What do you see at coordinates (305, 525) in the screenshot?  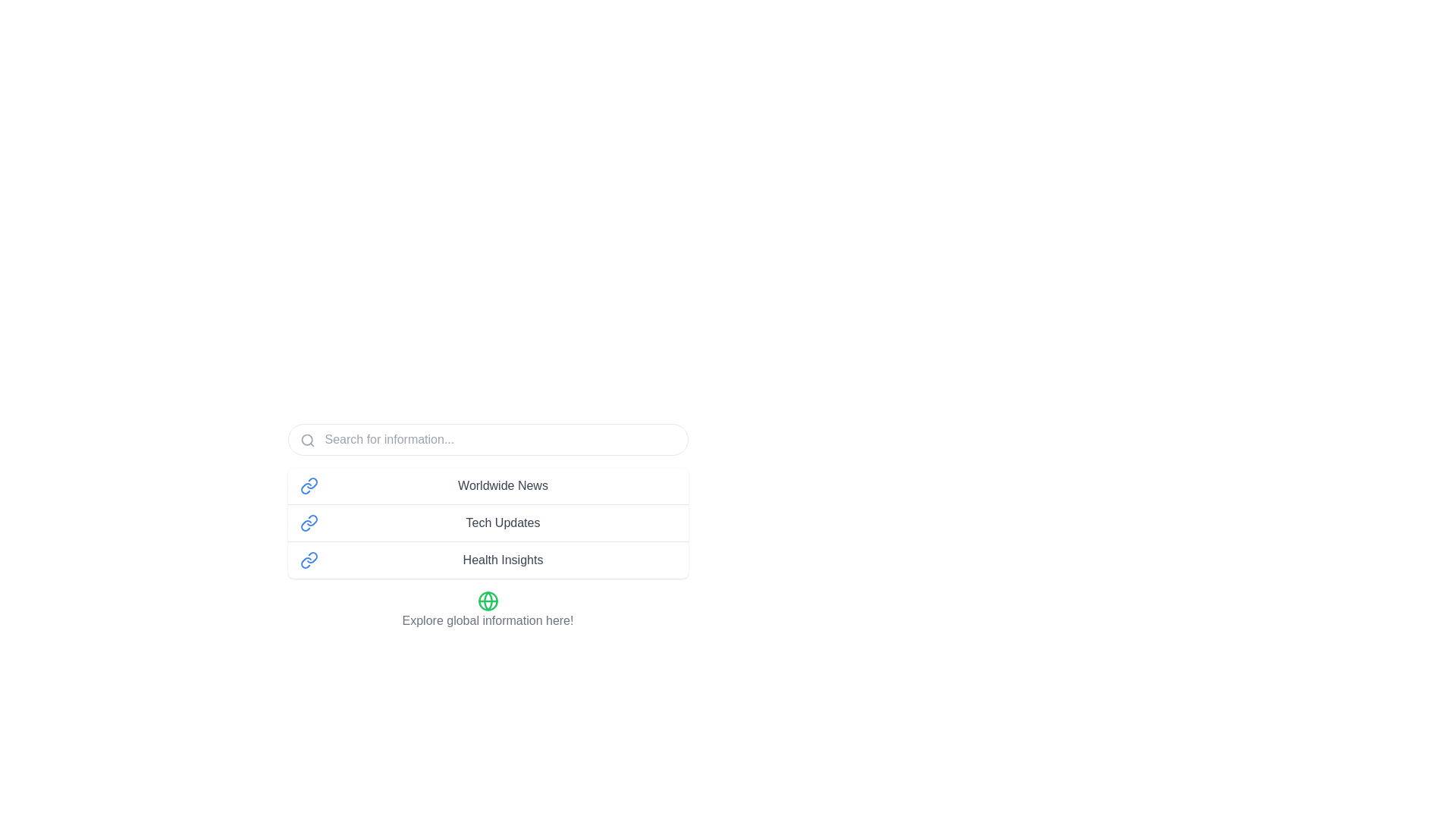 I see `second portion of the stylized link icon, which is part of a larger SVG graphic next to the 'Tech Updates' list item, using developer tools` at bounding box center [305, 525].